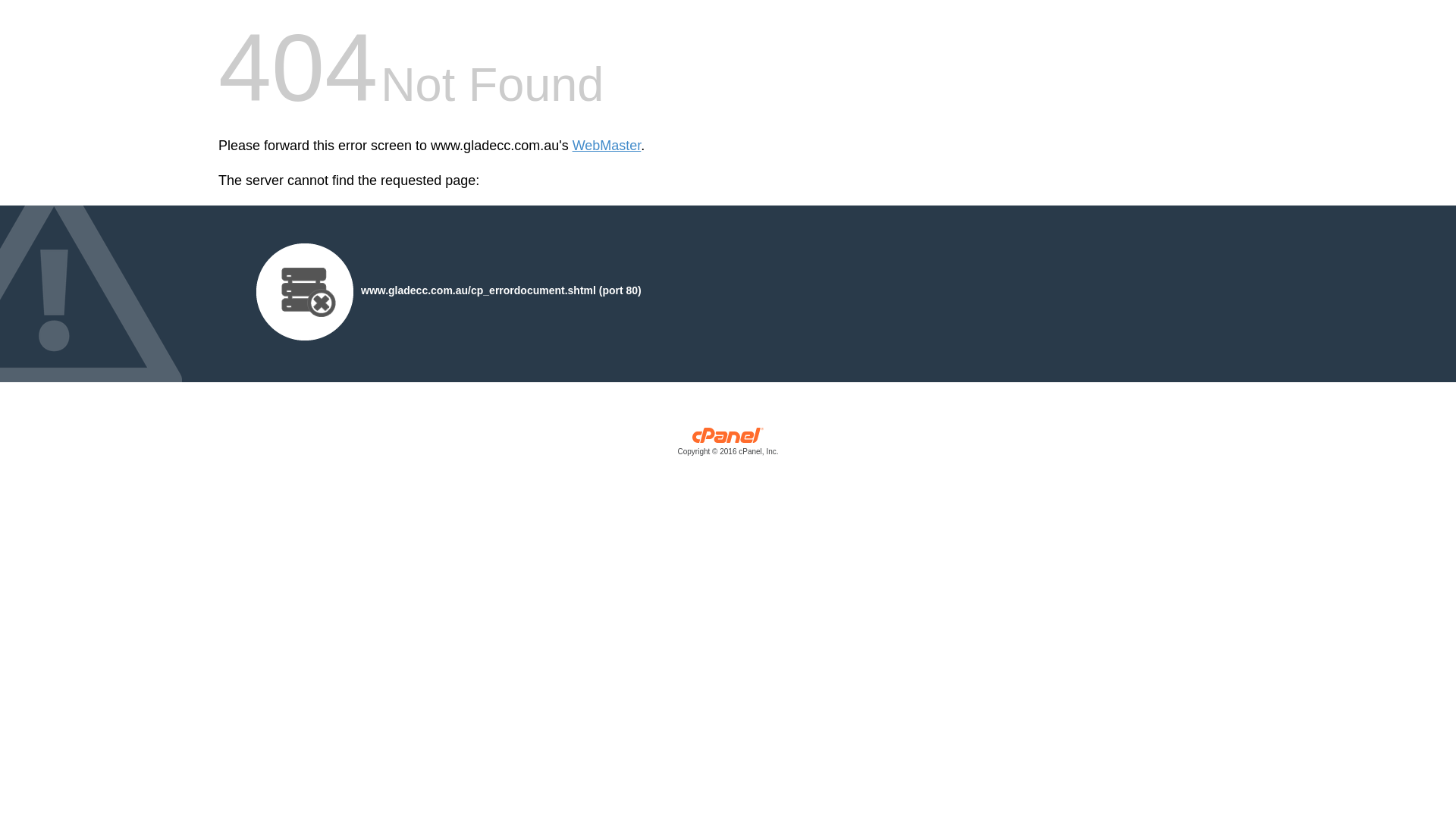 This screenshot has width=1456, height=819. I want to click on 'WebMaster', so click(607, 146).